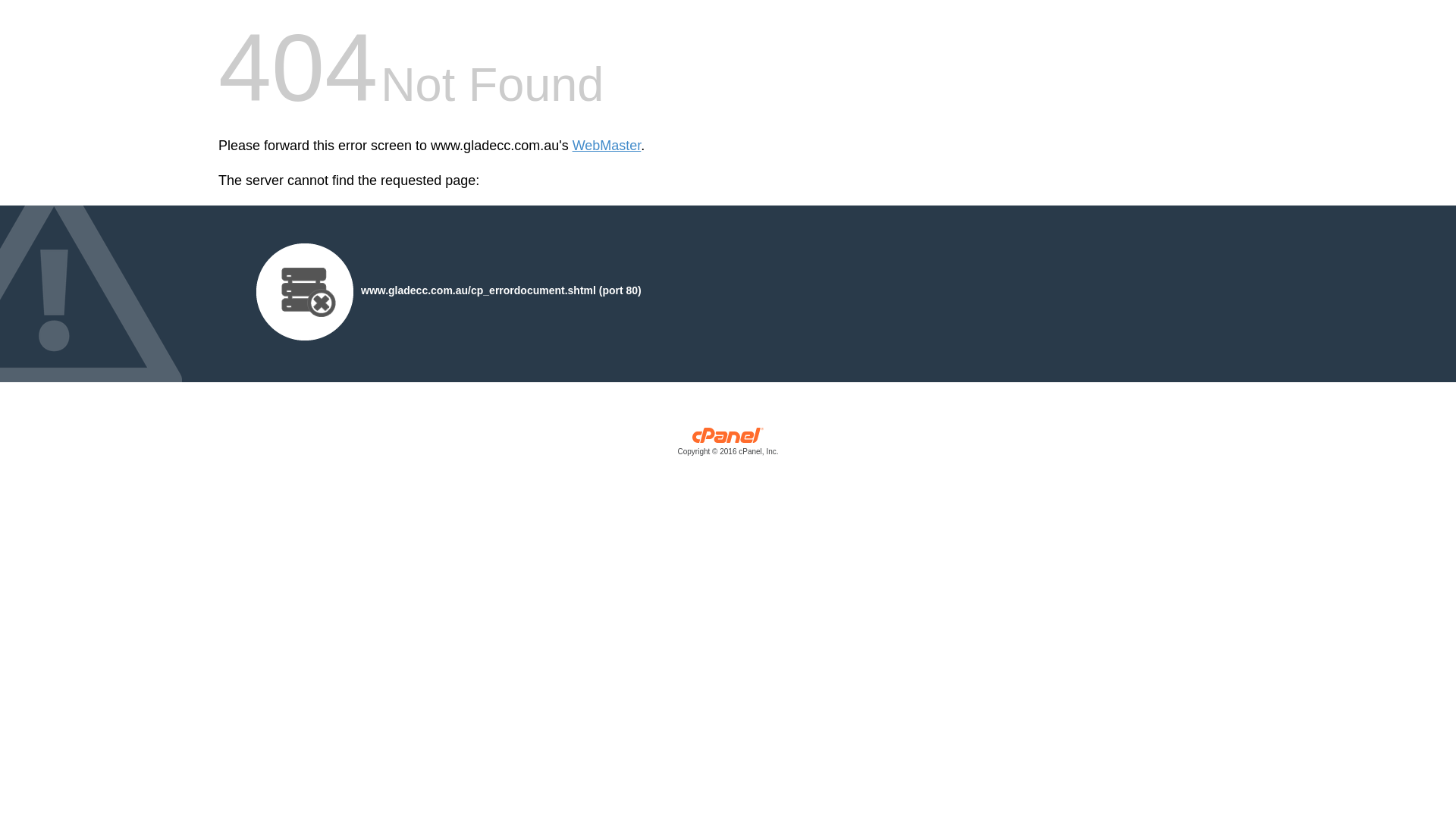 This screenshot has width=1456, height=819. I want to click on 'WebMaster', so click(607, 146).